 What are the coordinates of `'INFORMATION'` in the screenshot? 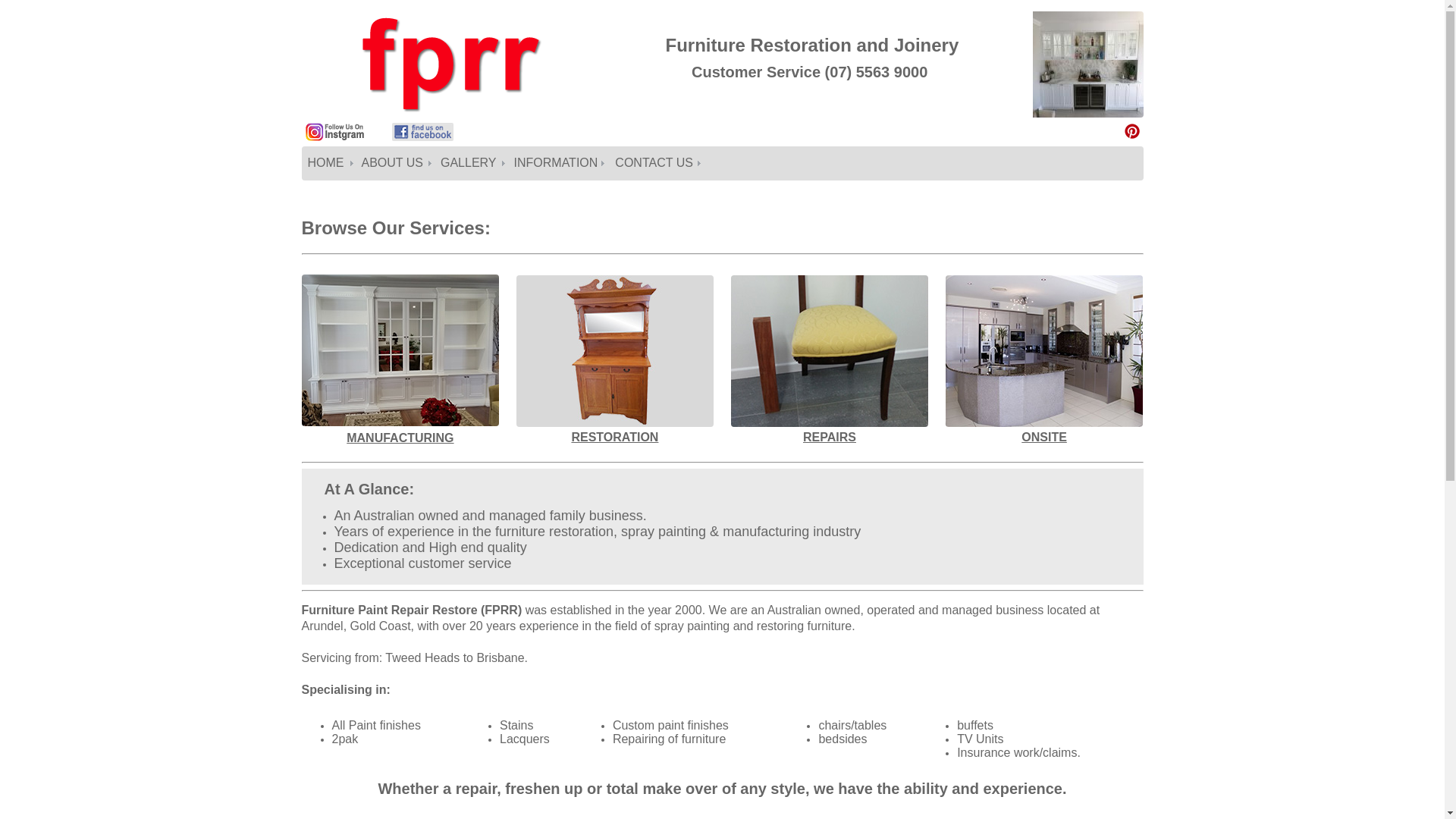 It's located at (558, 163).